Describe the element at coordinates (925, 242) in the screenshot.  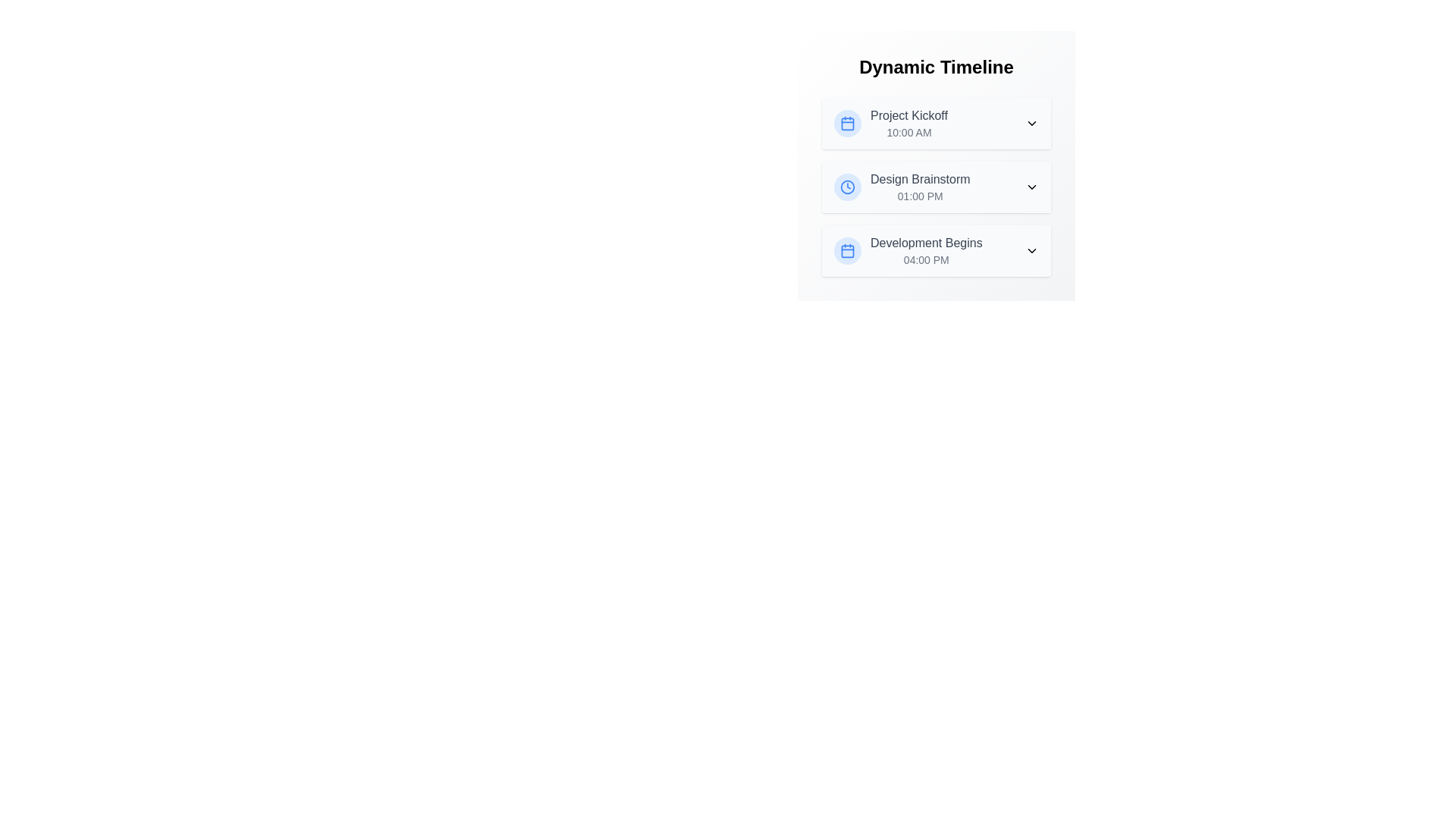
I see `the text label that displays the title or identifier for a scheduled event in the 'Dynamic Timeline' interface, located below 'Design Brainstorm' and above '04:00 PM'` at that location.